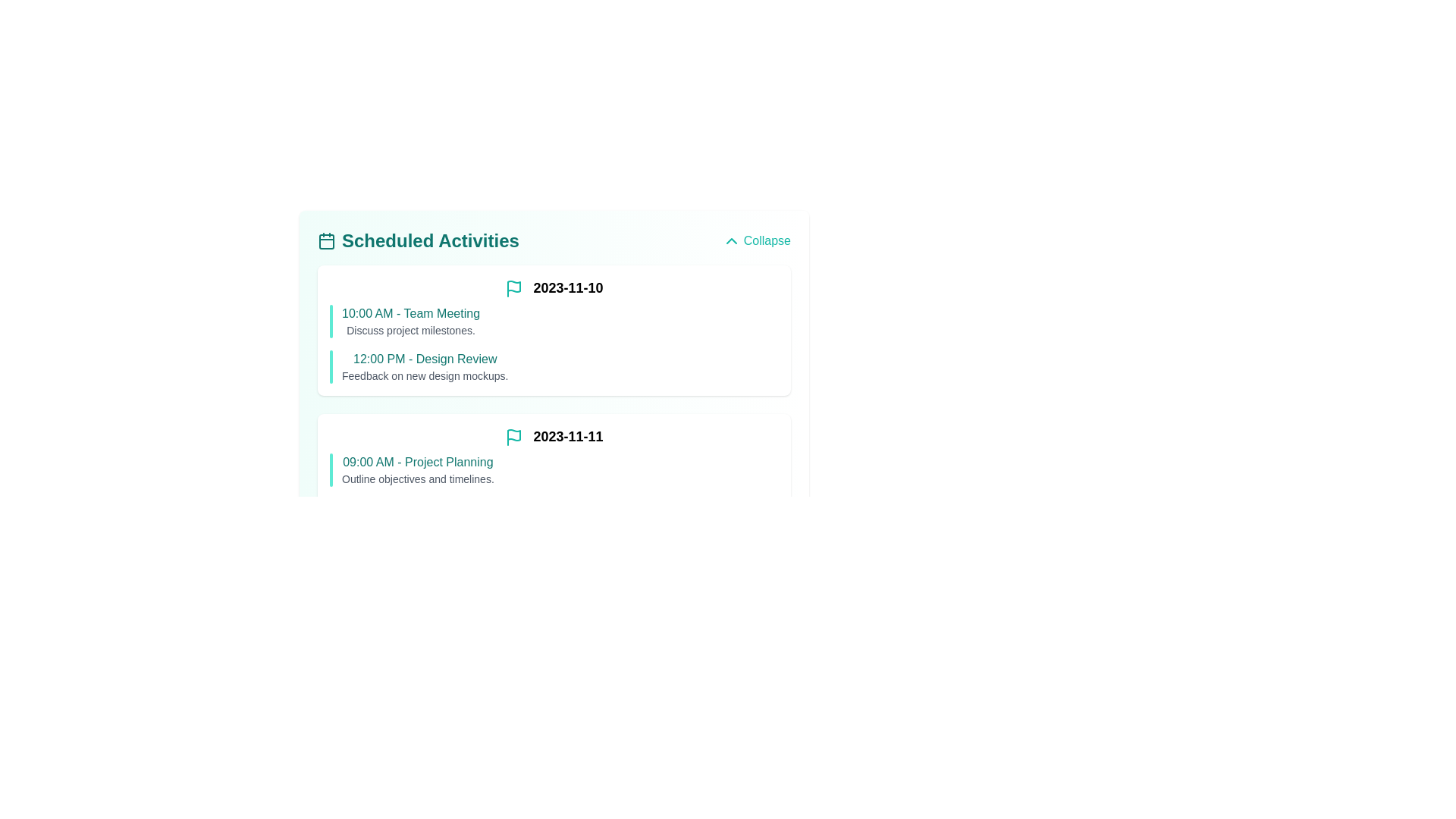  What do you see at coordinates (326, 240) in the screenshot?
I see `the calendar icon located to the left of the 'Scheduled Activities' header, which visually represents calendar functionality` at bounding box center [326, 240].